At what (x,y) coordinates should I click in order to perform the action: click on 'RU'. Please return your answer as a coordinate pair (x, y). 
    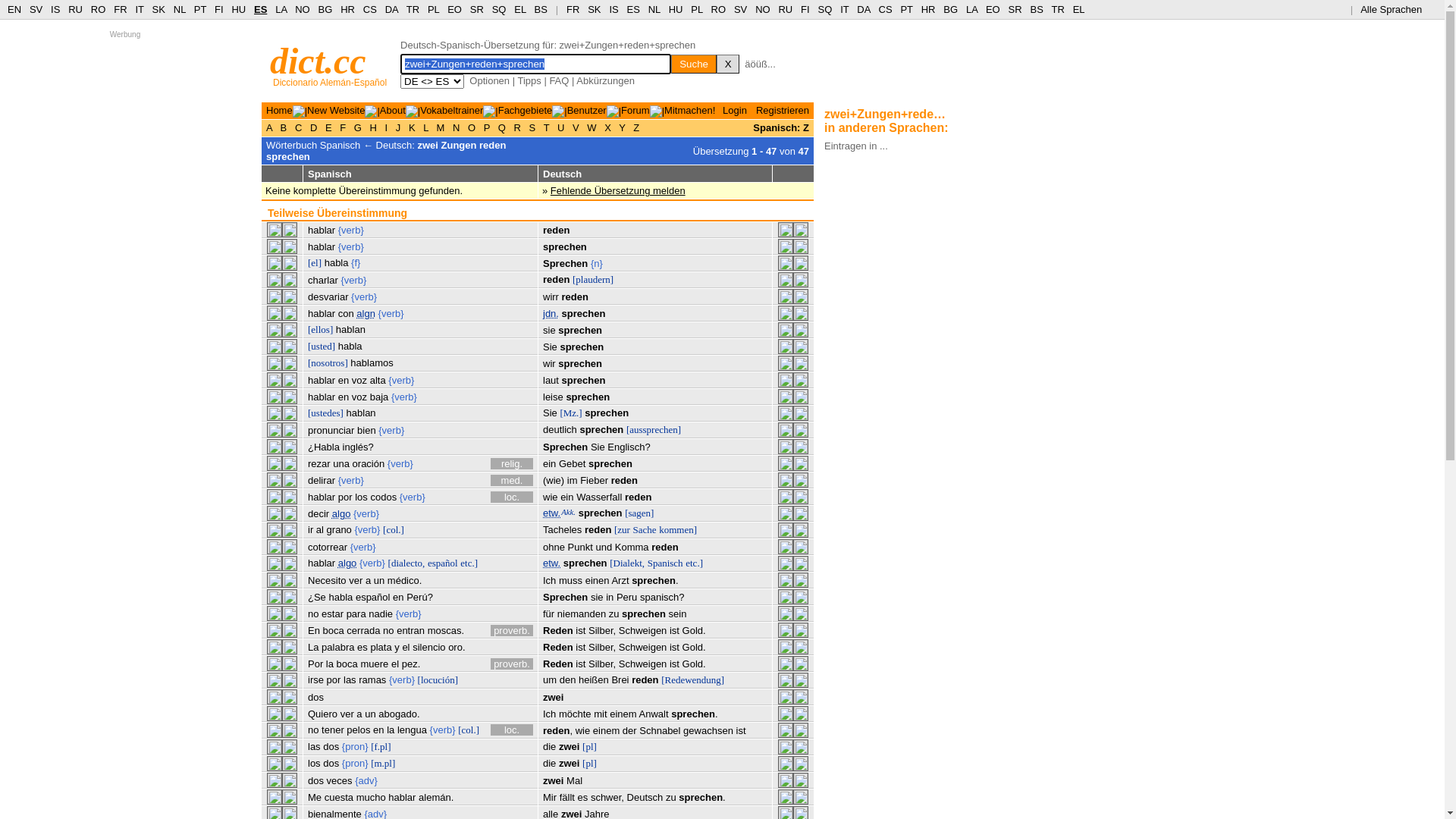
    Looking at the image, I should click on (785, 9).